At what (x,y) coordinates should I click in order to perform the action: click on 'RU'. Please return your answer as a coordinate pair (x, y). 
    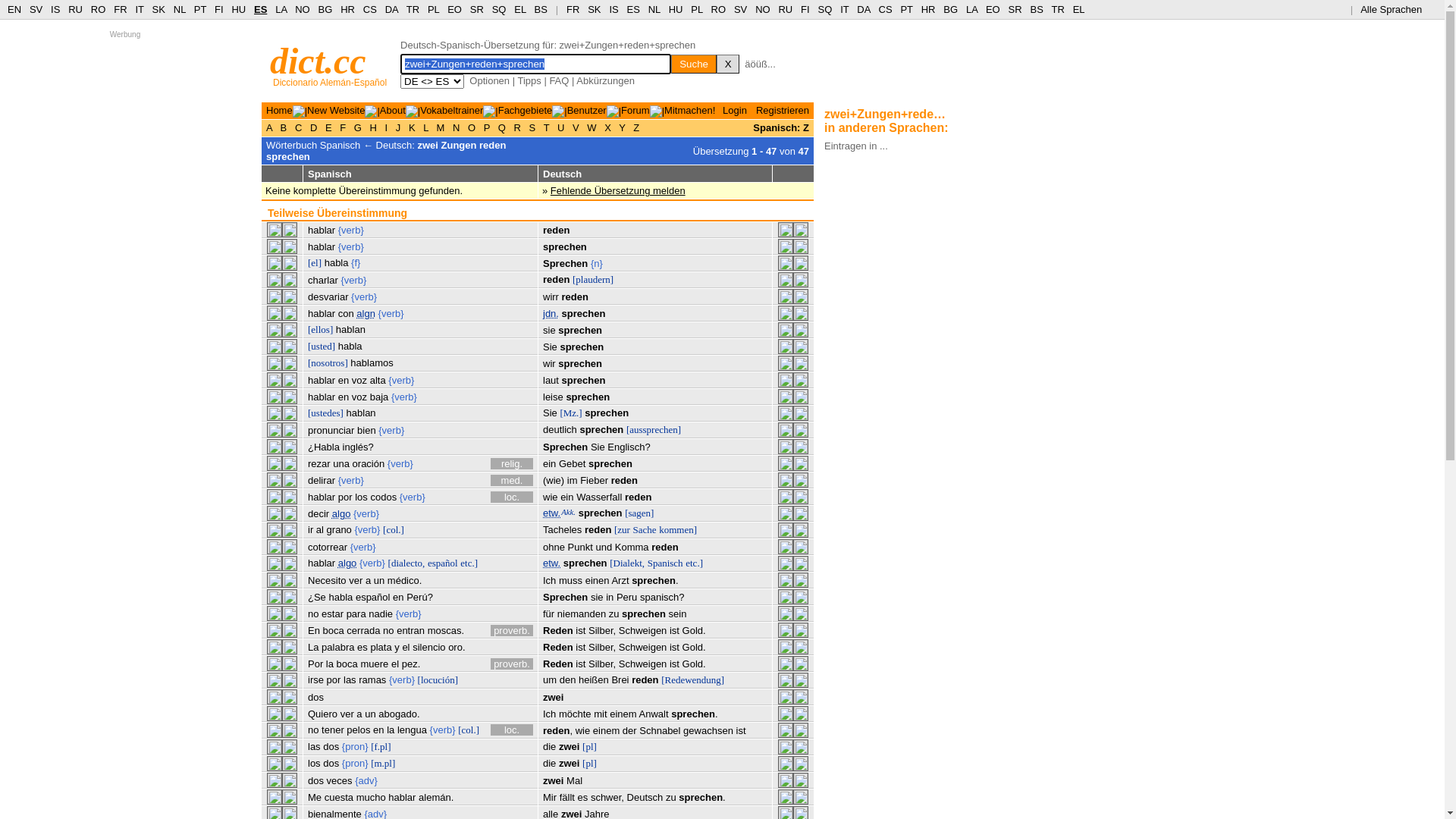
    Looking at the image, I should click on (785, 9).